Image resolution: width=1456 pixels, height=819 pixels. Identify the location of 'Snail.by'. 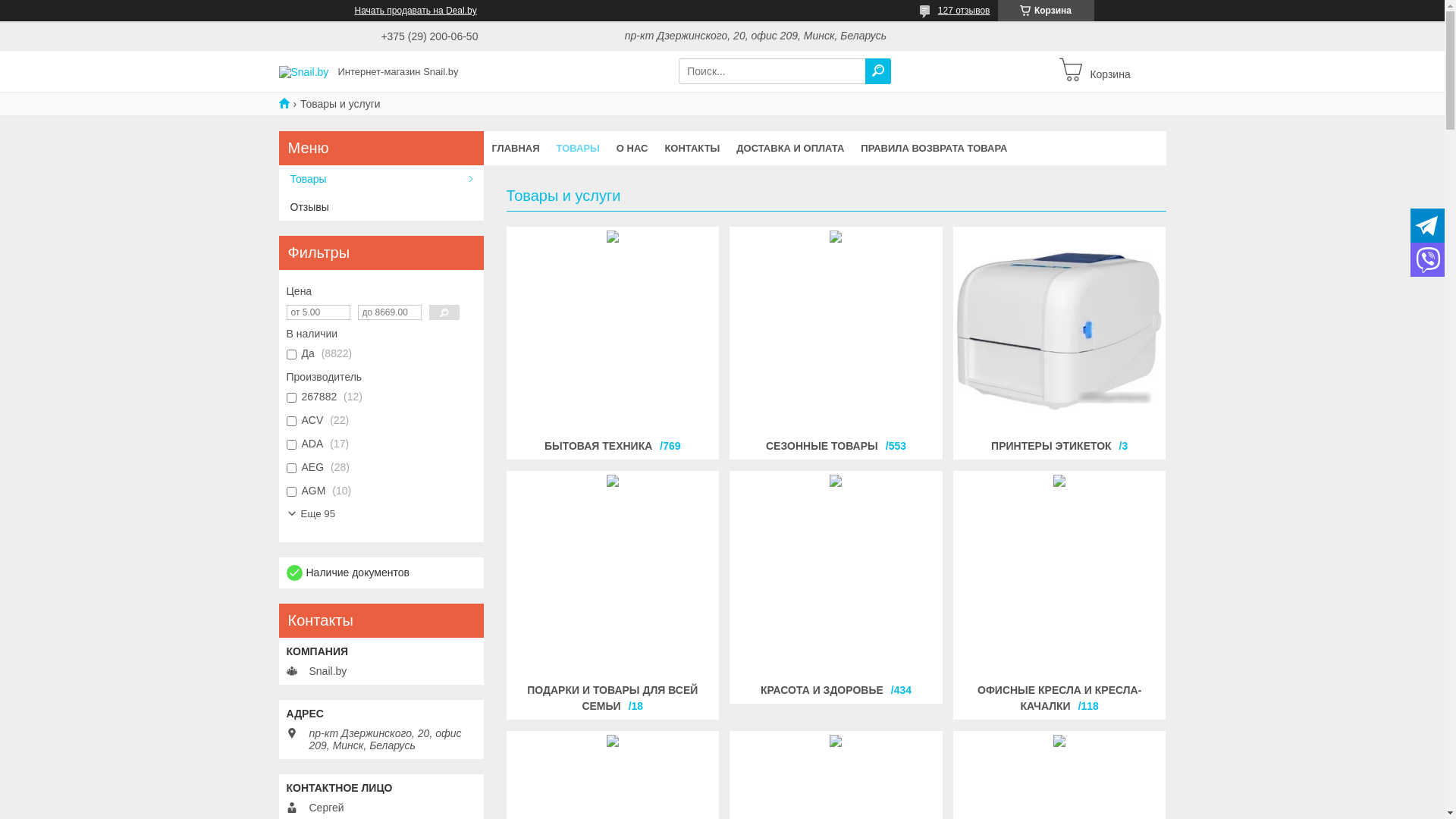
(290, 102).